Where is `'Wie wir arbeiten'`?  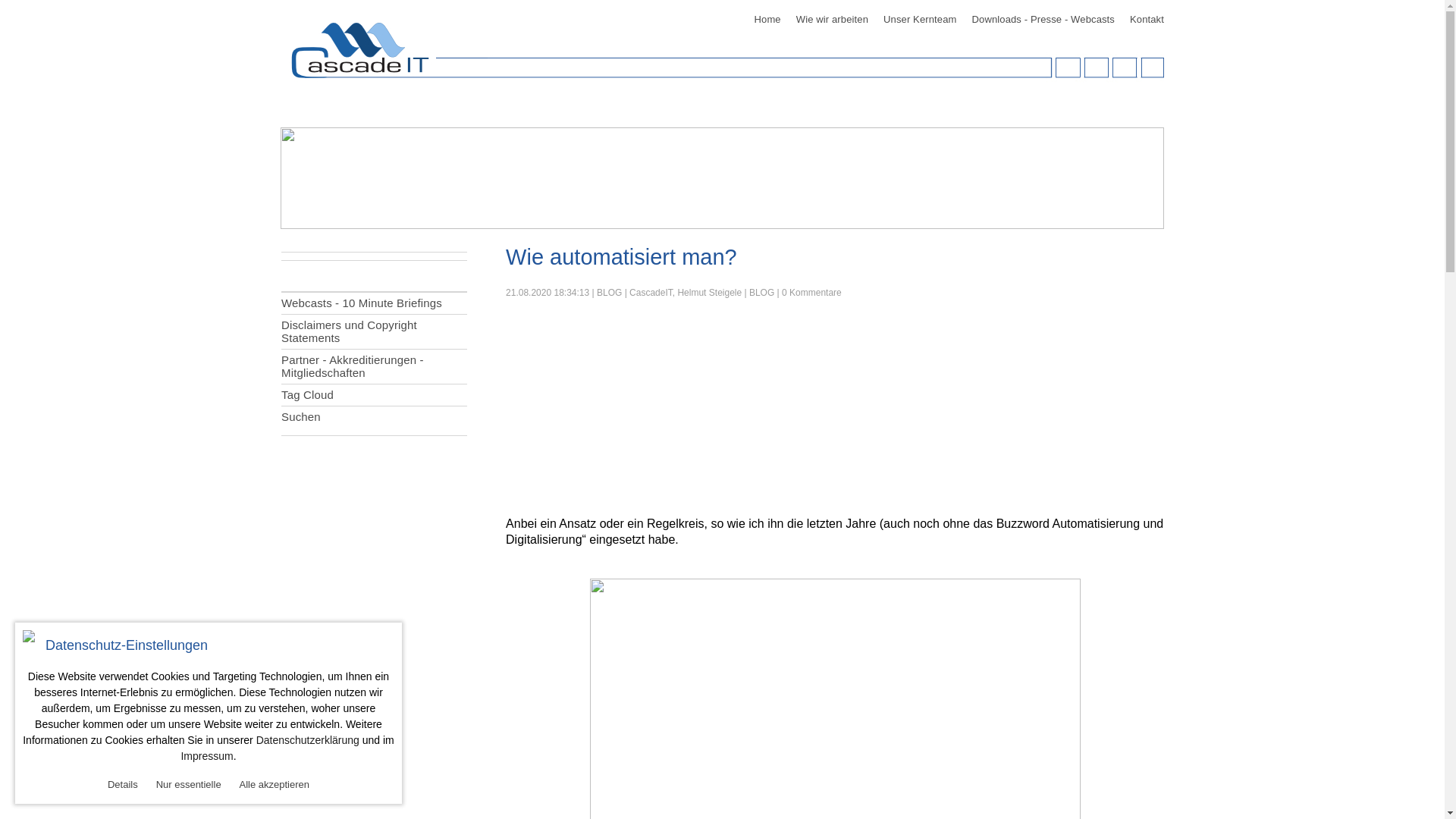 'Wie wir arbeiten' is located at coordinates (831, 20).